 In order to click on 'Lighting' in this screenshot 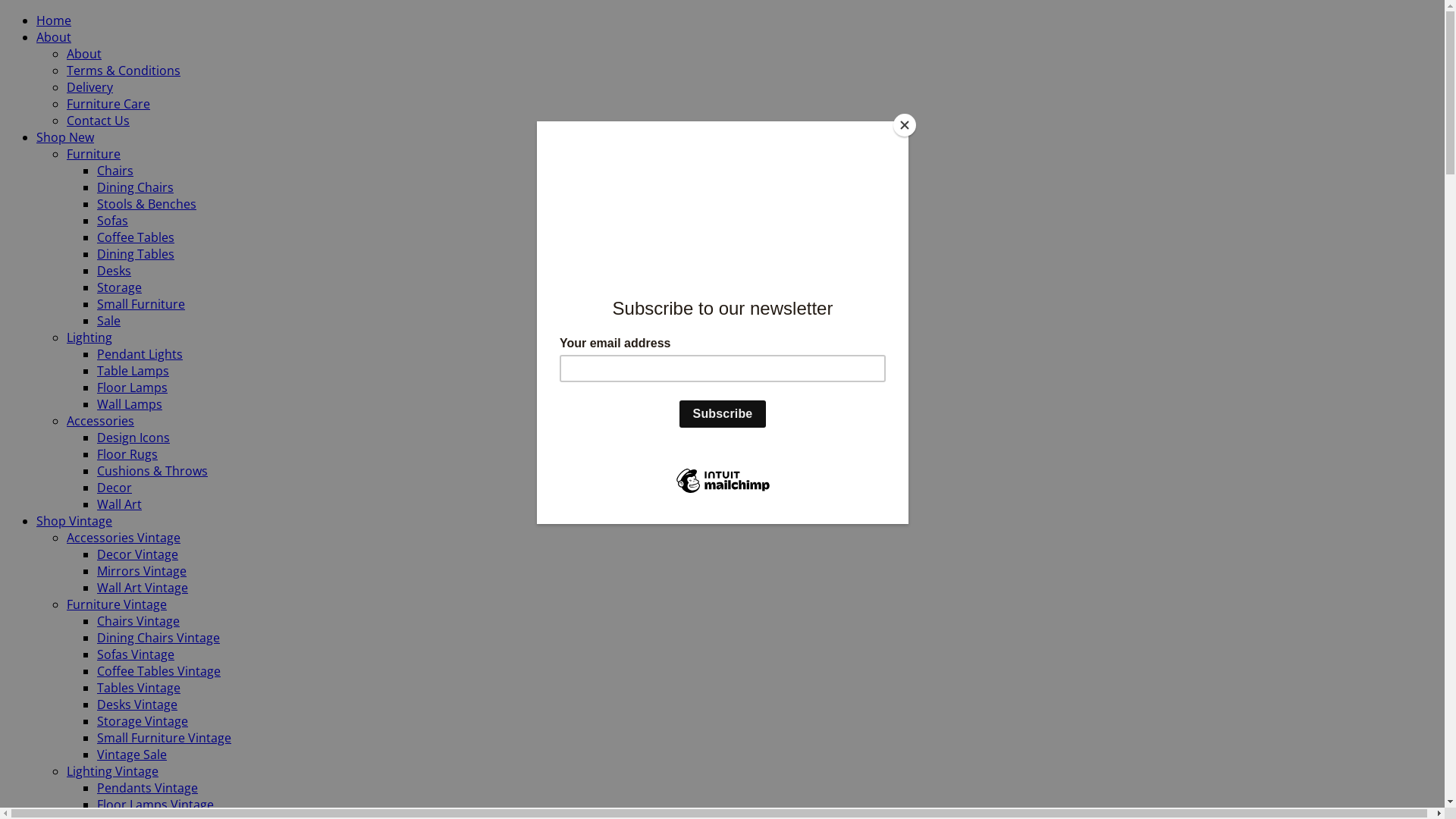, I will do `click(89, 336)`.